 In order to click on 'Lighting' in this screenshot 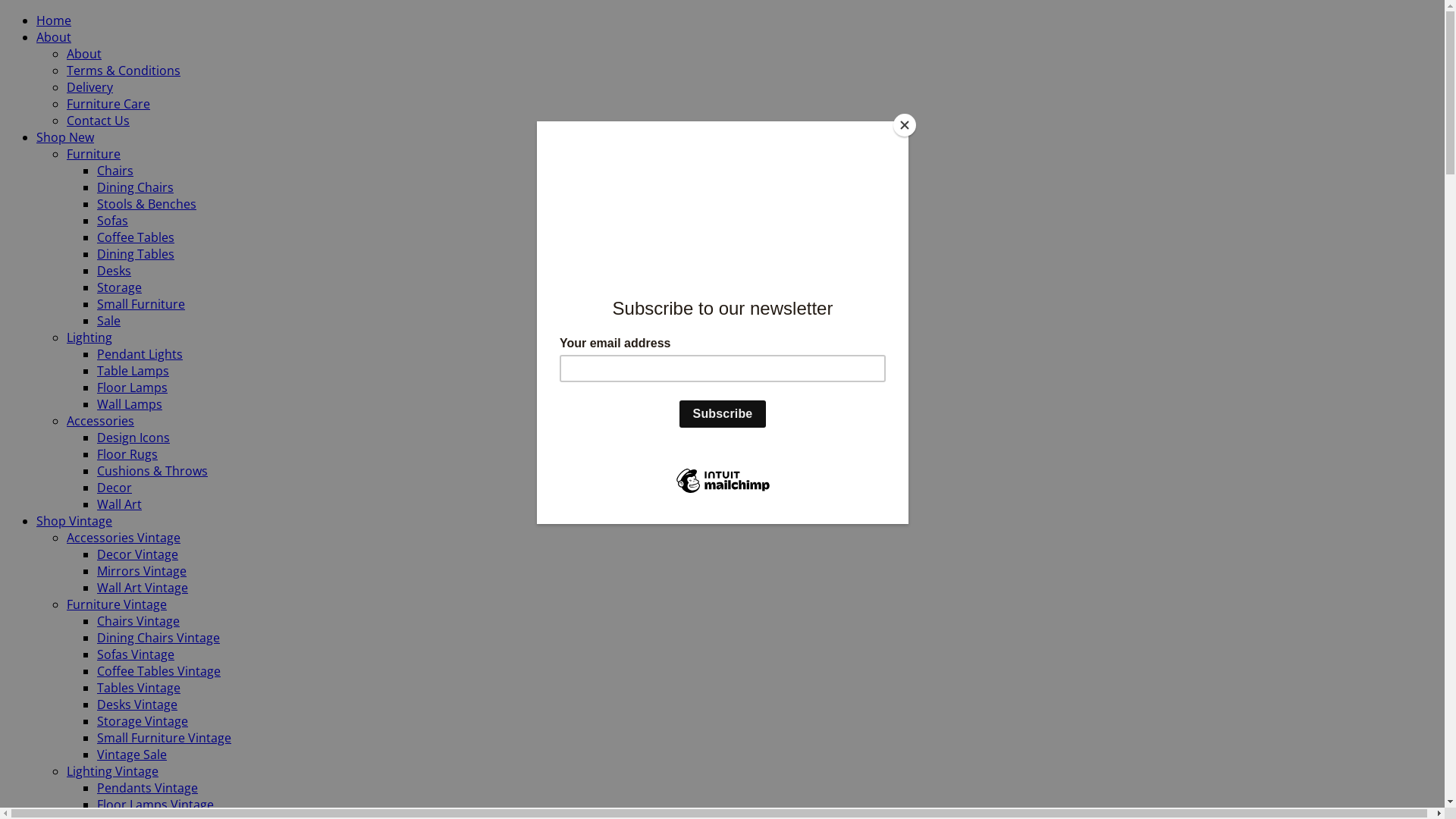, I will do `click(89, 336)`.